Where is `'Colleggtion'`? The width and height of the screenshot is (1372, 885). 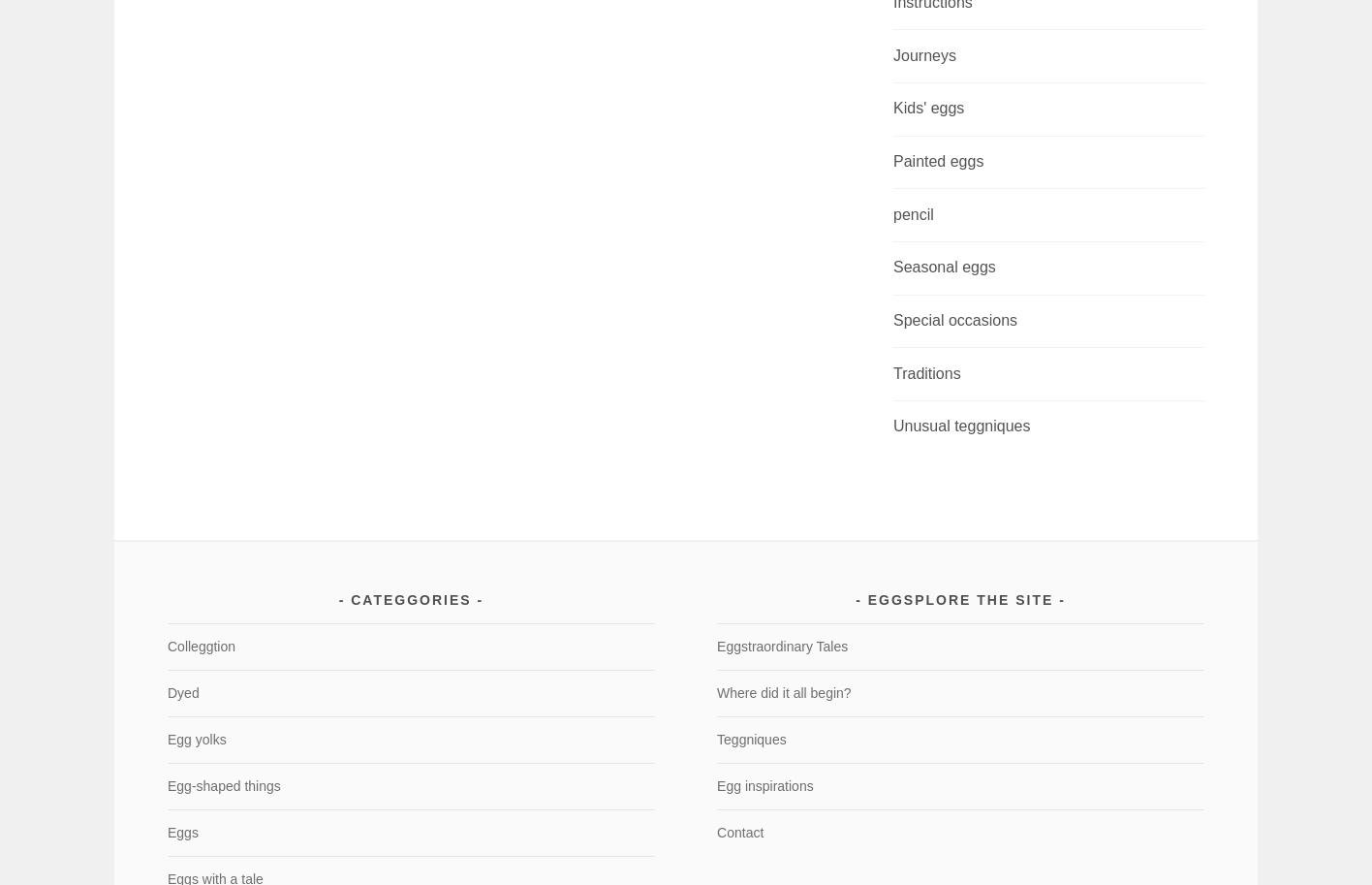
'Colleggtion' is located at coordinates (200, 646).